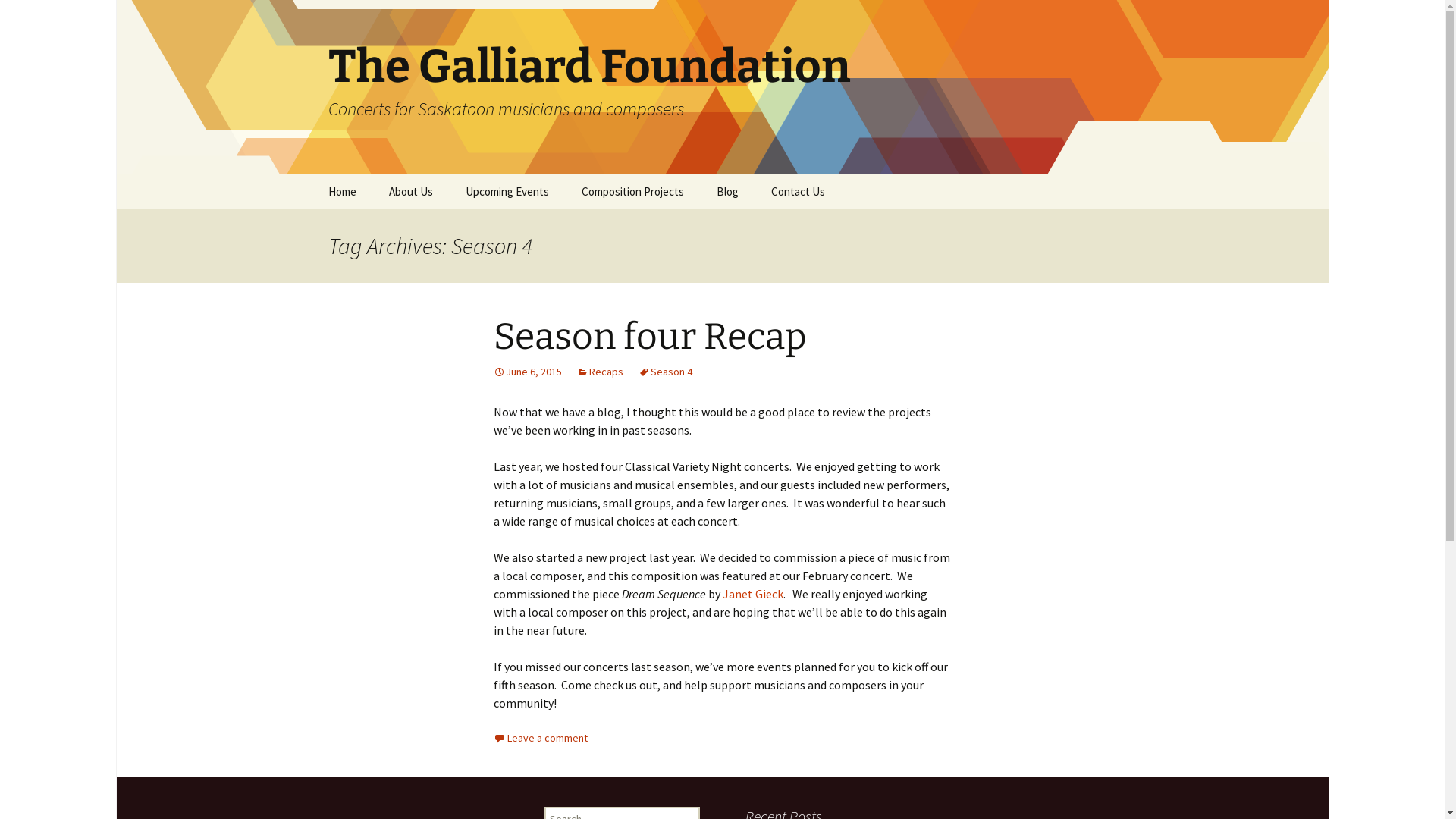 This screenshot has height=819, width=1456. I want to click on 'Season 4', so click(665, 371).